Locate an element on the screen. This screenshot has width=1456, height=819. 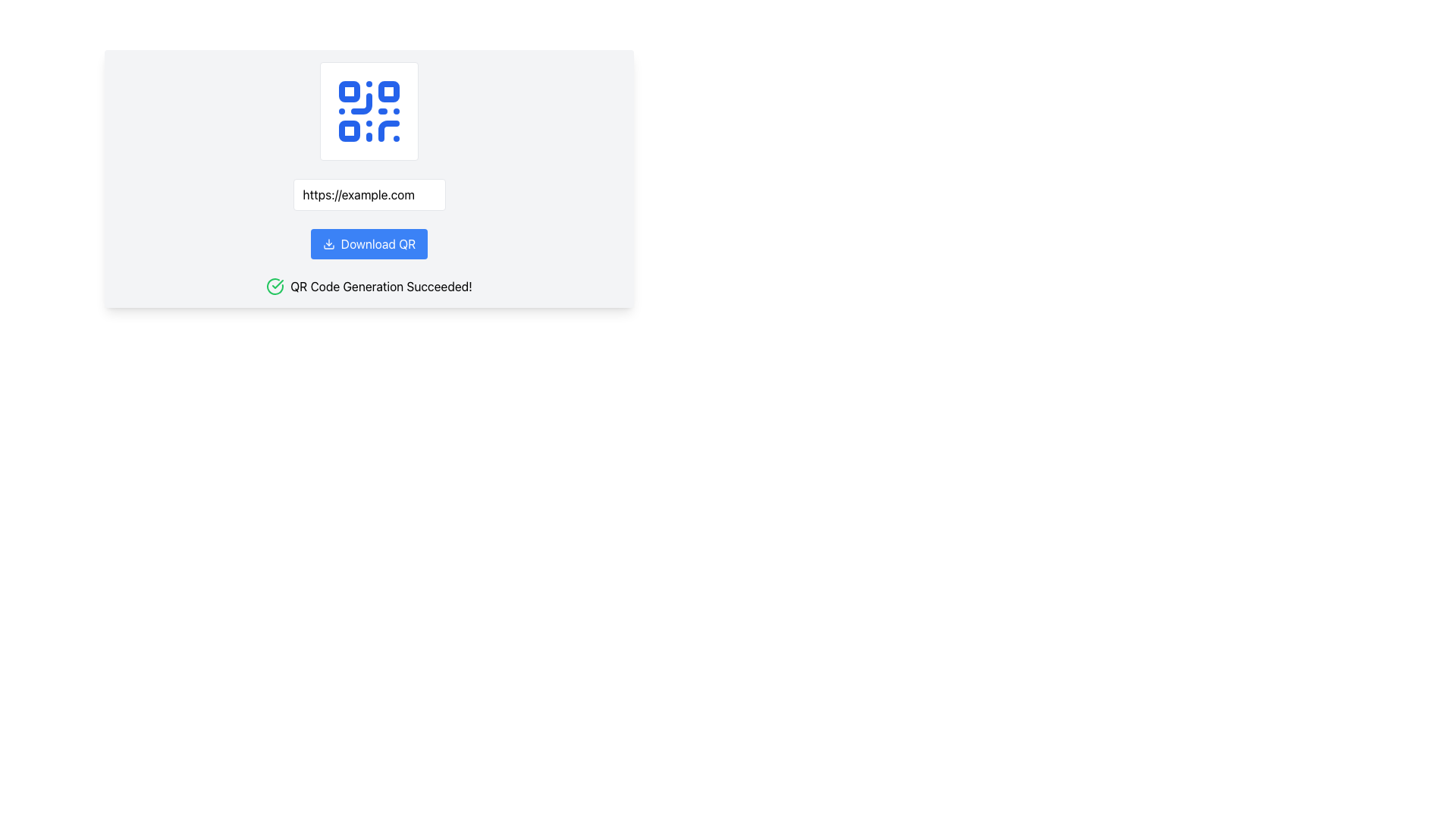
success message displayed in bold text that says 'QR Code Generation Succeeded!' located centrally in the lower part of the user interface, beneath the 'Download QR' button is located at coordinates (381, 287).